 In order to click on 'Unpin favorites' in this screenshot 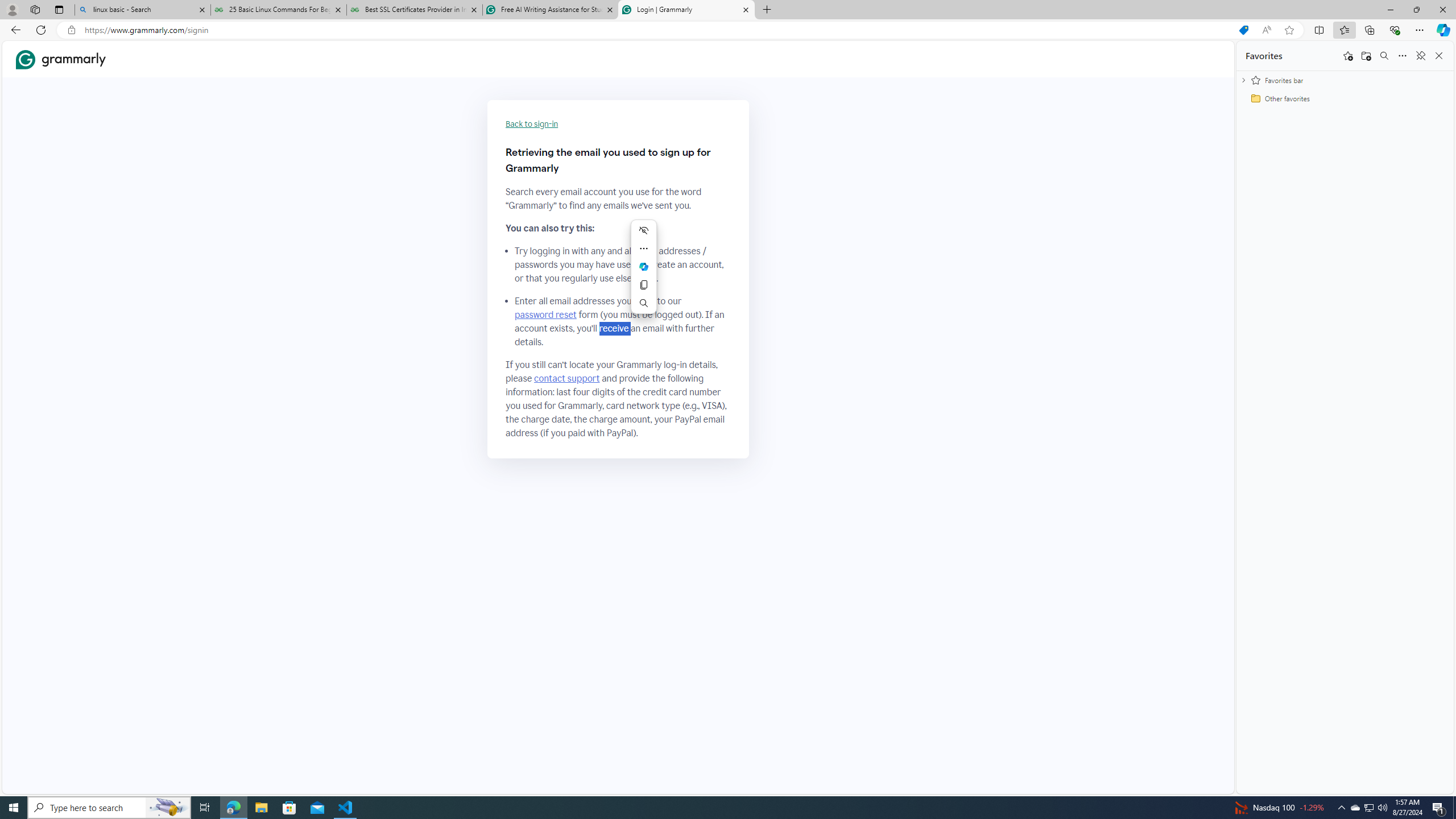, I will do `click(1420, 55)`.